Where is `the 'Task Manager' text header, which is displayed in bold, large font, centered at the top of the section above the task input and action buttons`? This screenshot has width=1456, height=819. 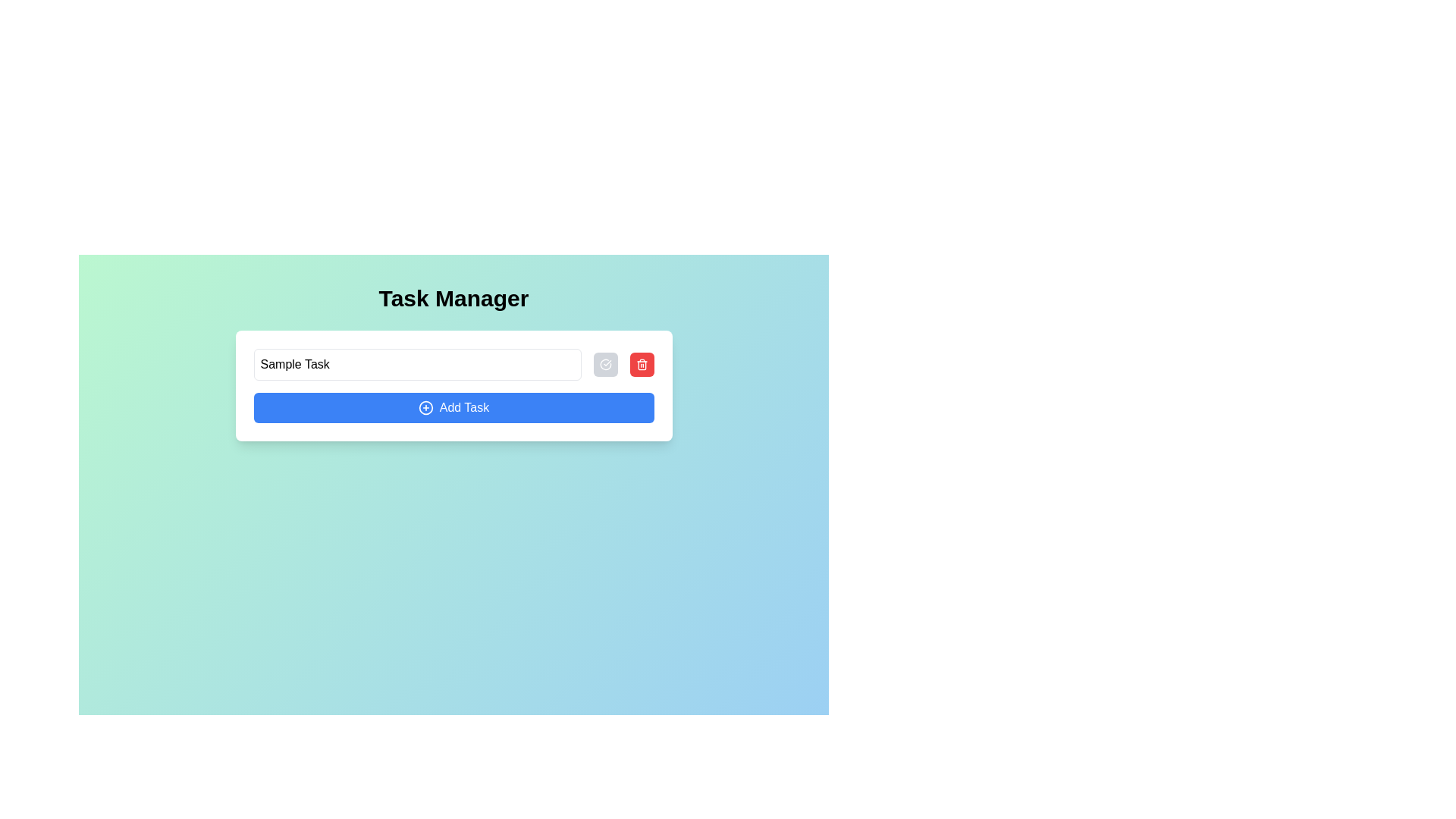 the 'Task Manager' text header, which is displayed in bold, large font, centered at the top of the section above the task input and action buttons is located at coordinates (453, 298).